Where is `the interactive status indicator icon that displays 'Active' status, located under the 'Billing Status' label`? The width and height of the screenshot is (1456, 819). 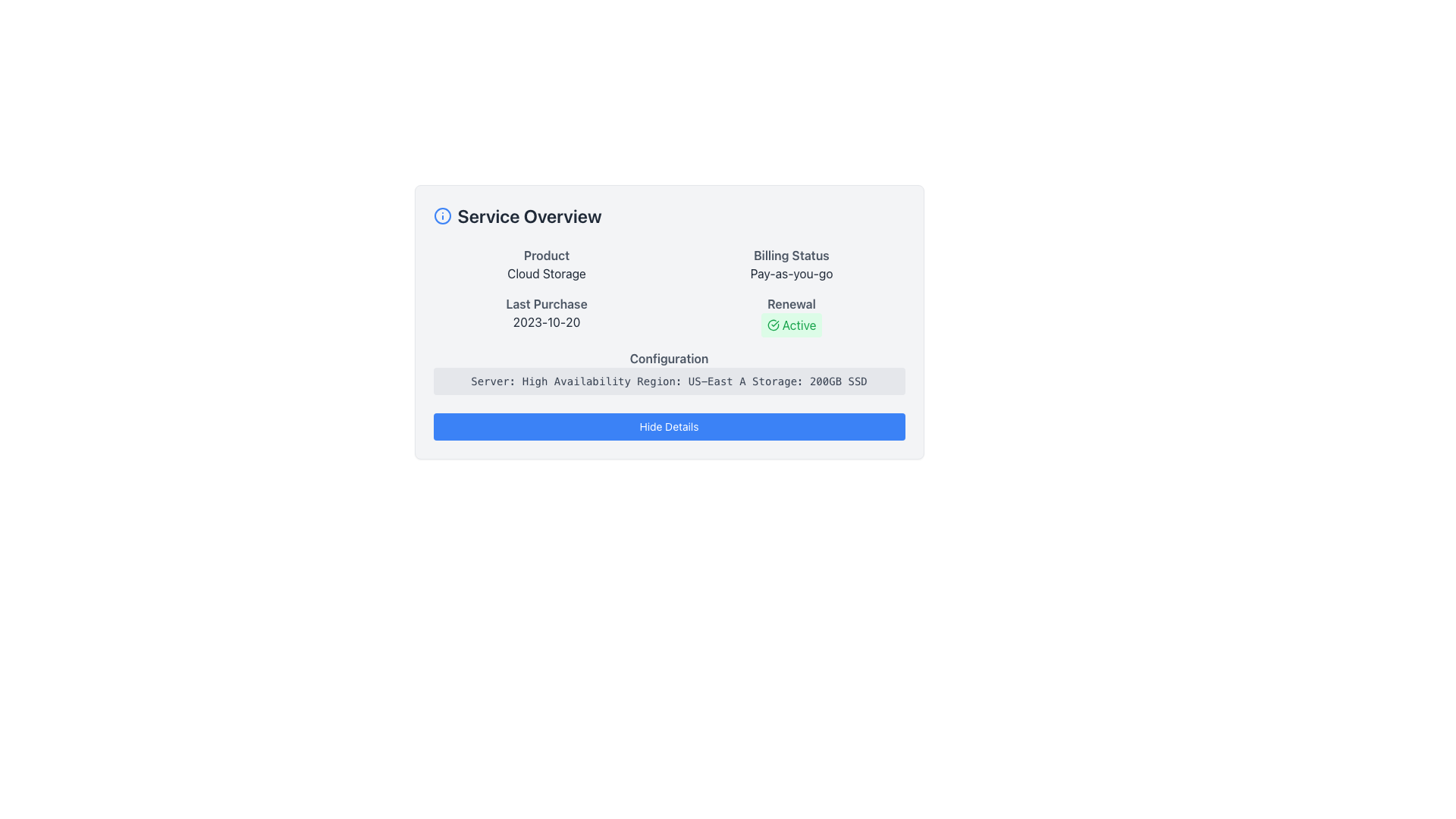
the interactive status indicator icon that displays 'Active' status, located under the 'Billing Status' label is located at coordinates (790, 315).